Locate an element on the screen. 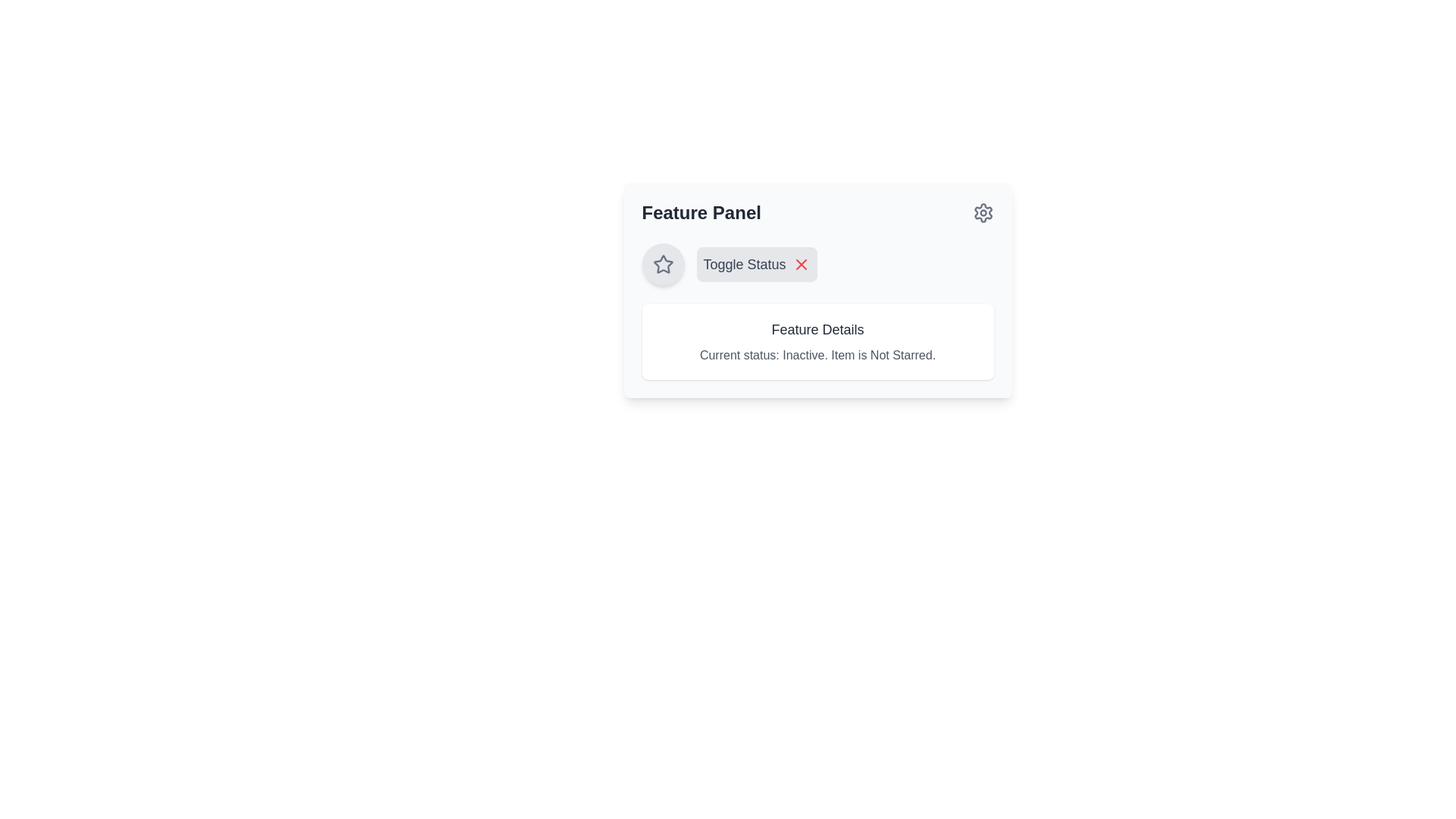 The height and width of the screenshot is (819, 1456). the 'close' or 'delete' icon located to the right of the 'Toggle Status' button is located at coordinates (800, 263).